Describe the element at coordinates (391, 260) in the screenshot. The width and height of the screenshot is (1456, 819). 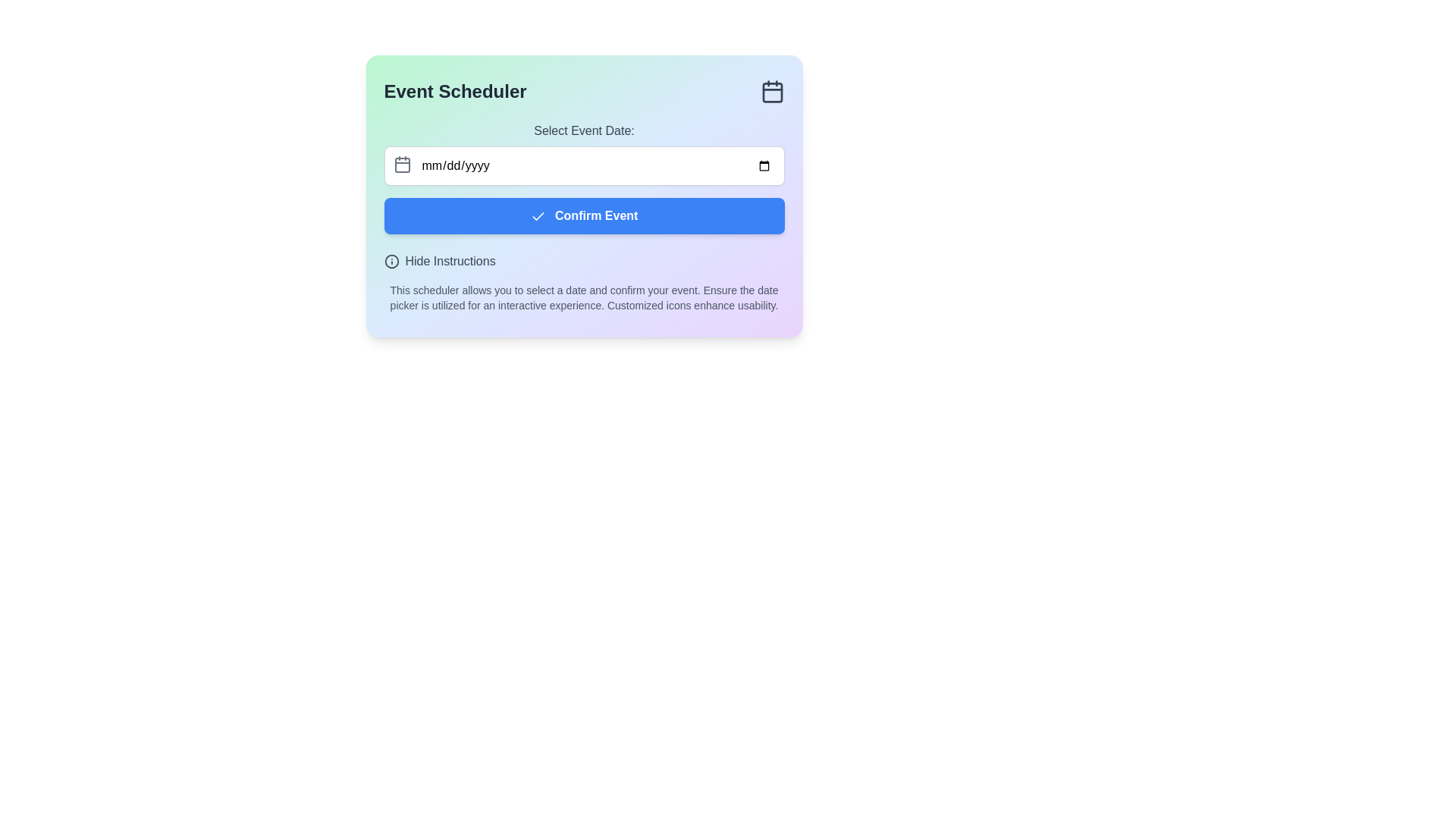
I see `the icon that indicates additional information related to the 'Hide Instructions' functionality, located at the beginning of the 'Hide Instructions' text element in the card layout` at that location.